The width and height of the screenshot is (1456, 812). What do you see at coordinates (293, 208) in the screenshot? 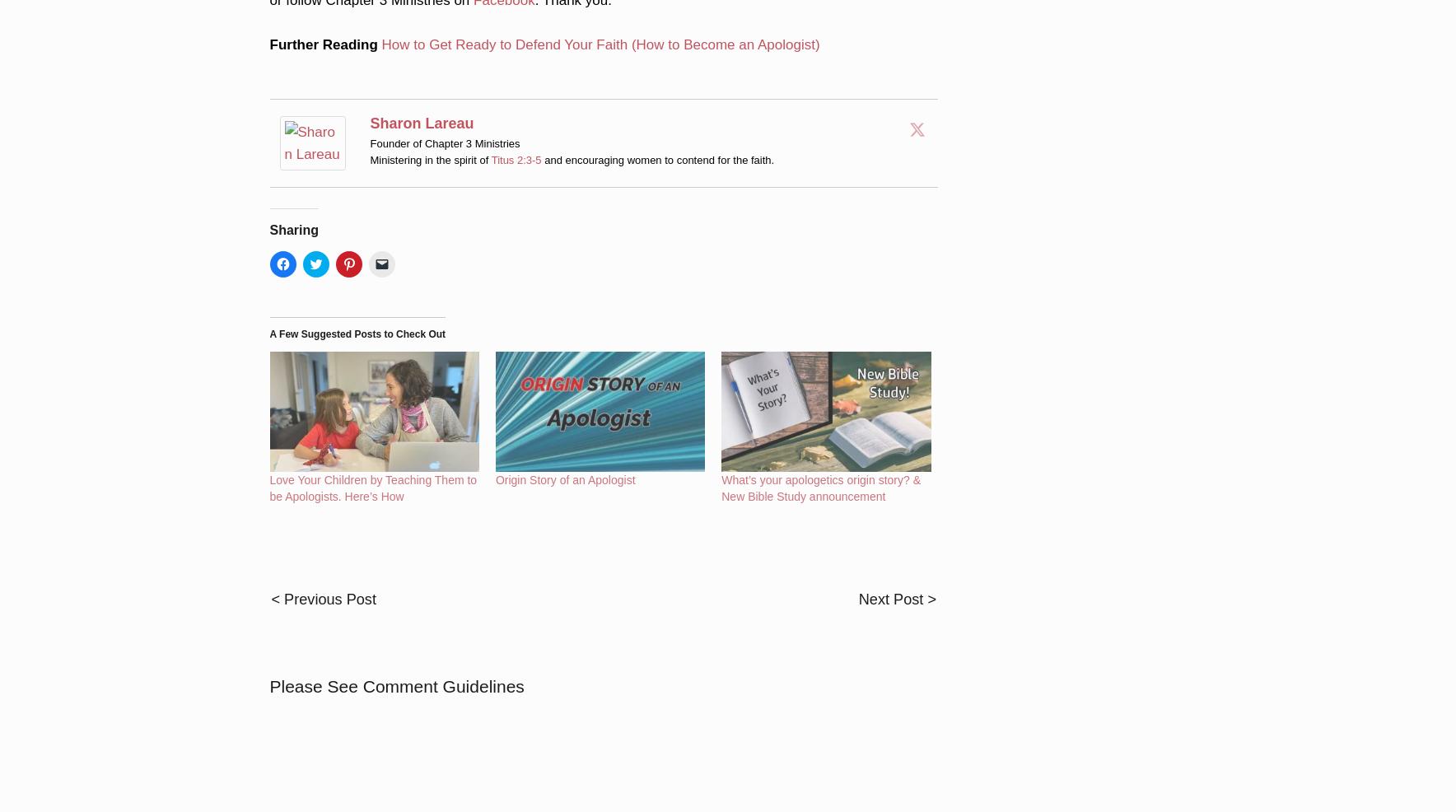
I see `'Sharing'` at bounding box center [293, 208].